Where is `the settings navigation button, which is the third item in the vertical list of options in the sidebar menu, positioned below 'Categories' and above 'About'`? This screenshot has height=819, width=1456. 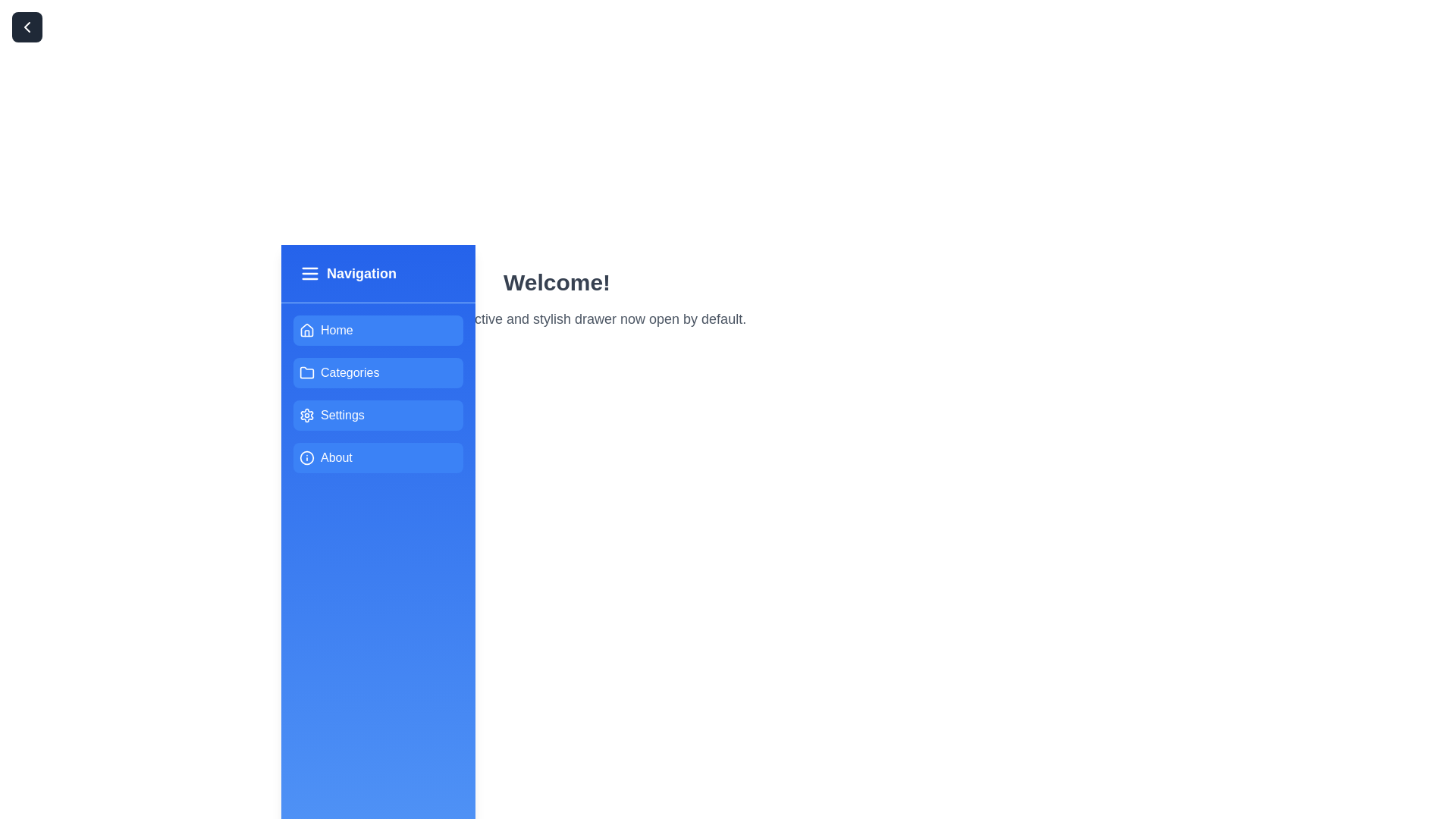 the settings navigation button, which is the third item in the vertical list of options in the sidebar menu, positioned below 'Categories' and above 'About' is located at coordinates (378, 415).